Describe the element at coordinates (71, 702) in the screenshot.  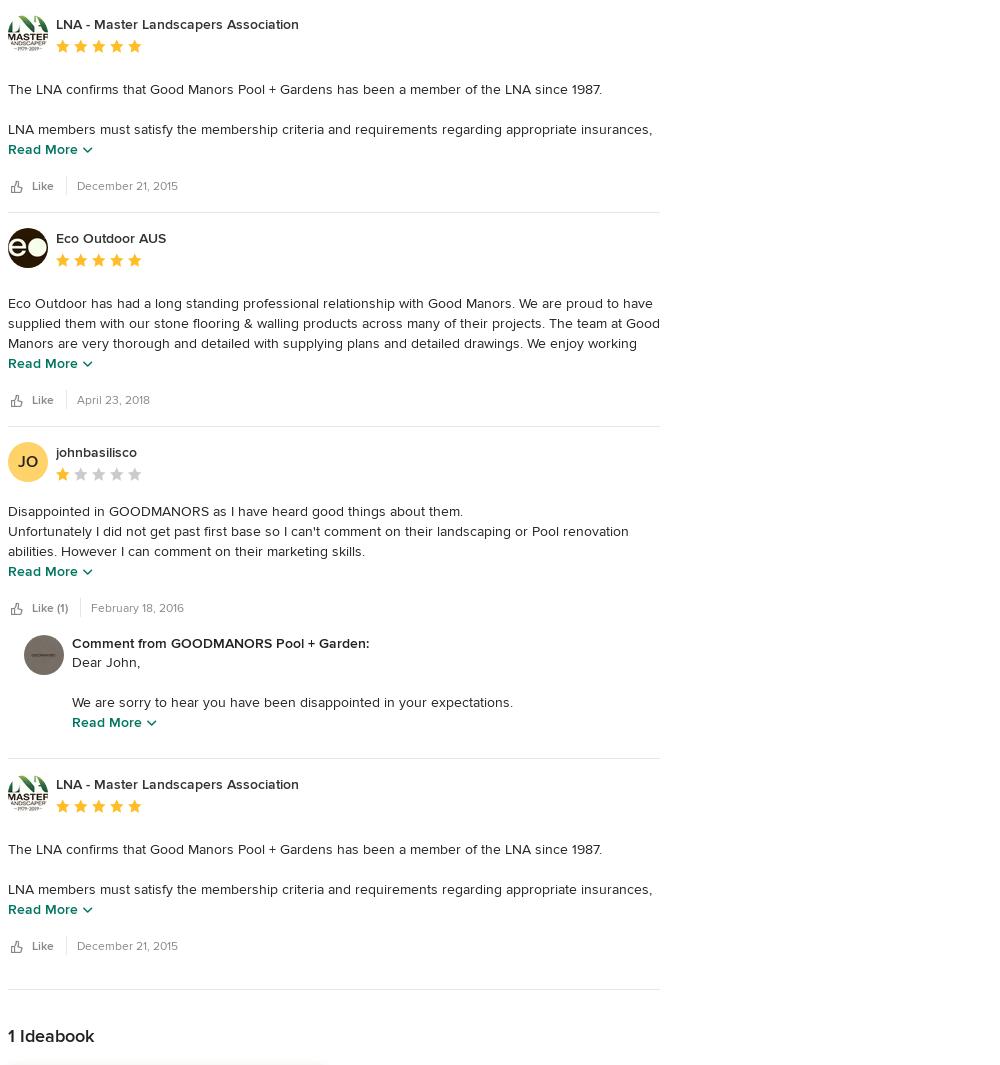
I see `'We are sorry to hear you have been disappointed in your expectations.'` at that location.